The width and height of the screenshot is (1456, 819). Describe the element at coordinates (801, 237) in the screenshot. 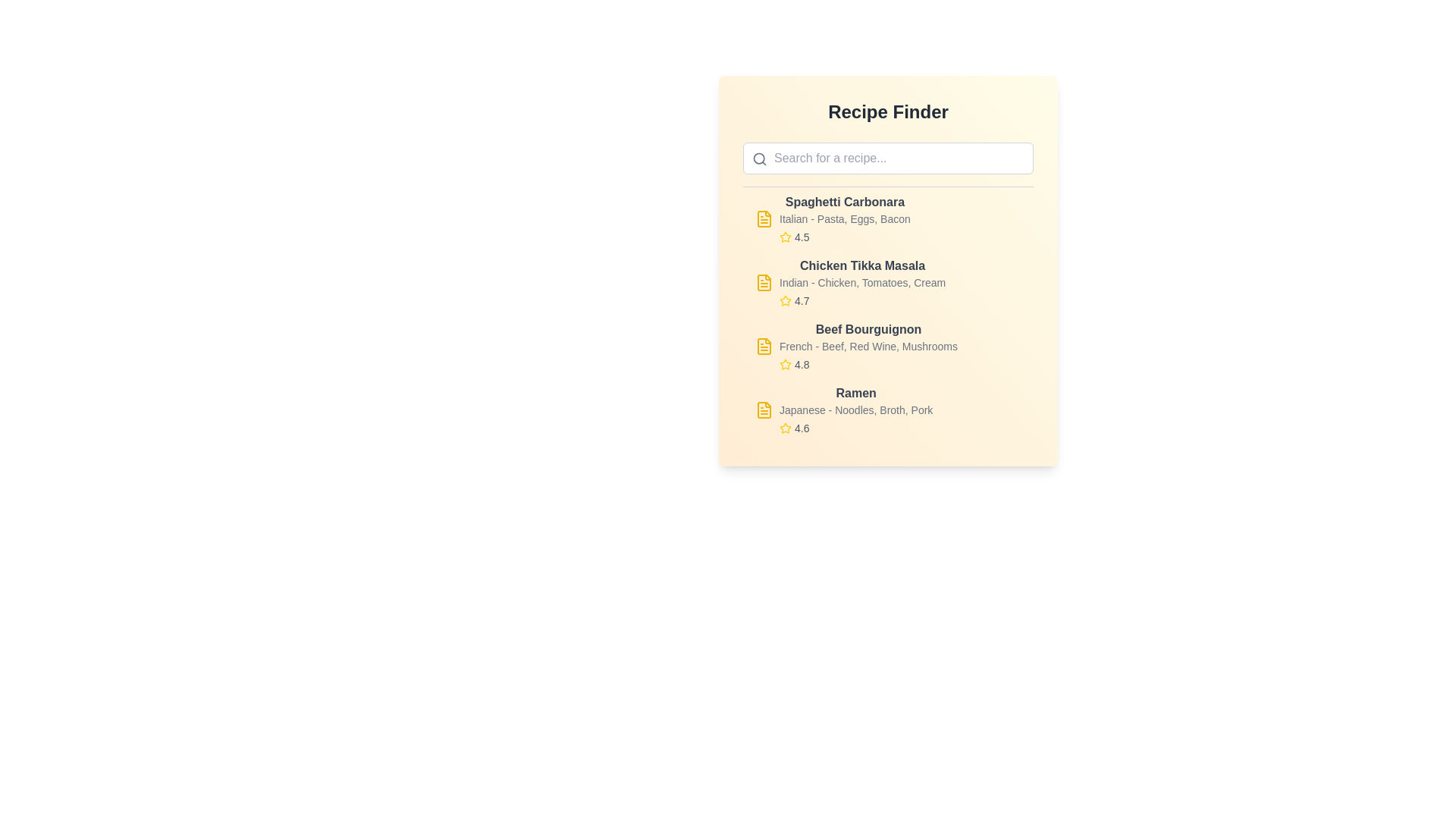

I see `the static text element displaying the rating value '4.5', which is styled with a smaller font size and gray color, located to the right of the star icon in the 'Recipe Finder' list under the title 'Spaghetti Carbonara'` at that location.